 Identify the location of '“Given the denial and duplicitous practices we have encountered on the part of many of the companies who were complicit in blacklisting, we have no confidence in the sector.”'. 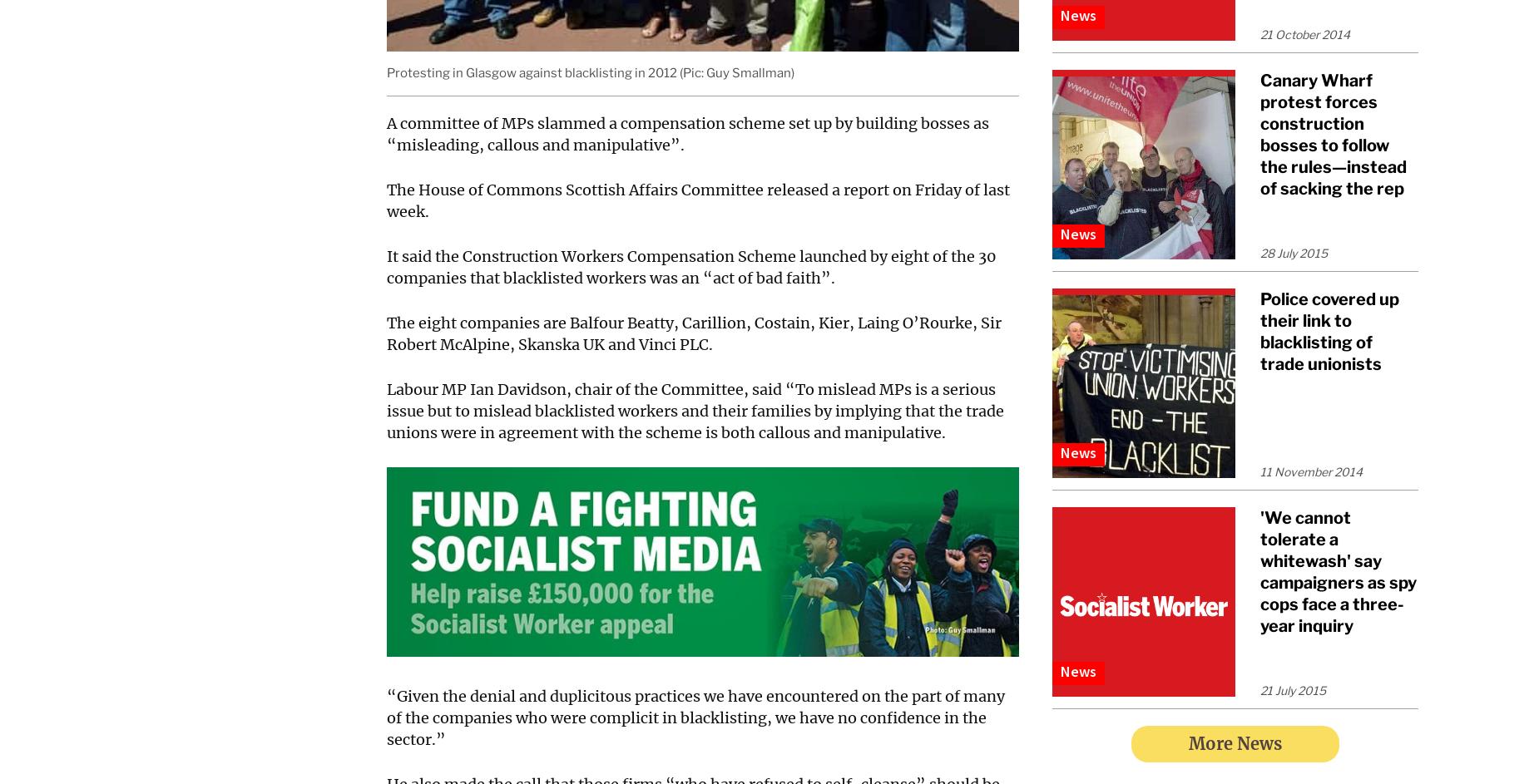
(695, 717).